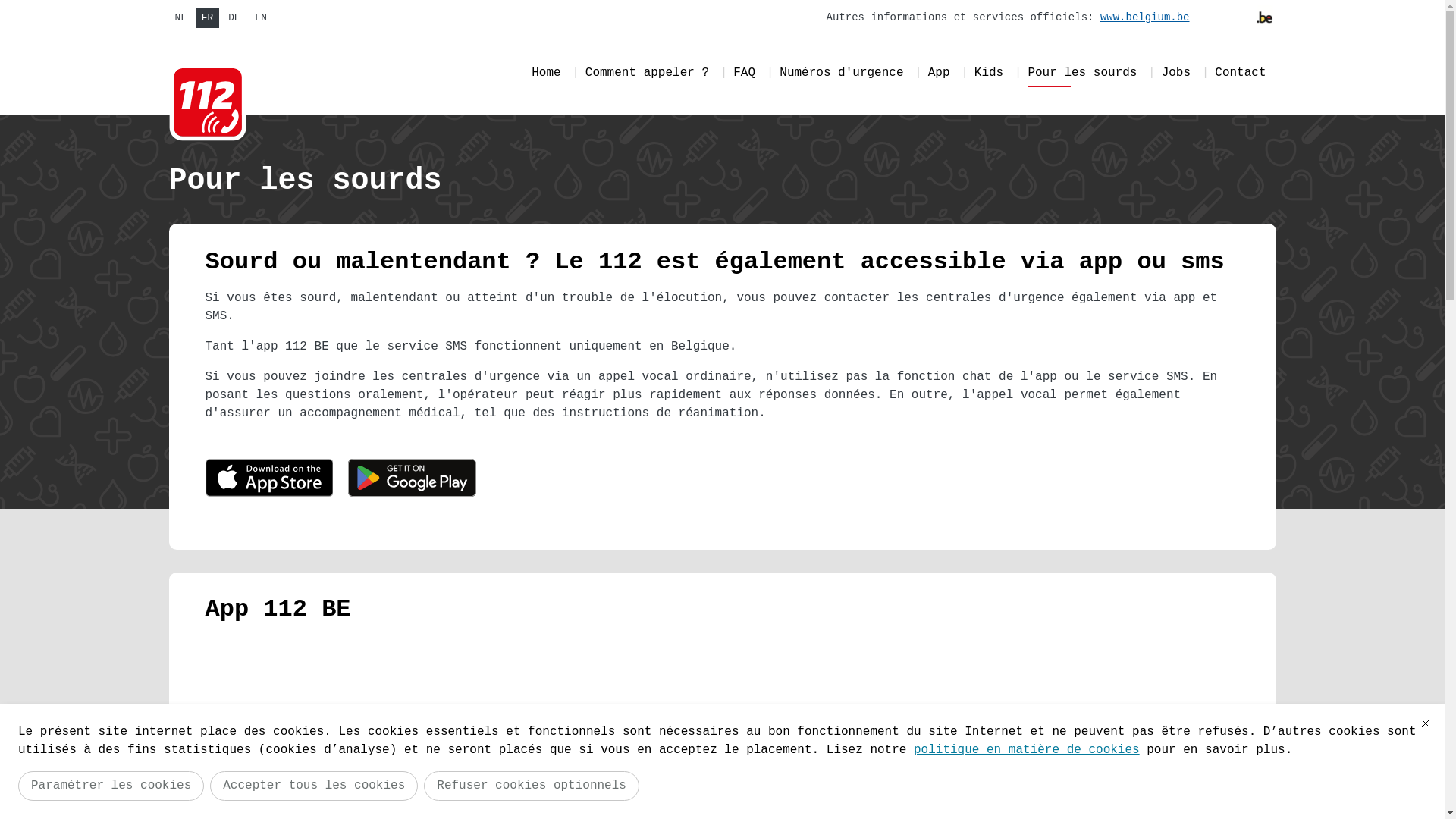  What do you see at coordinates (312, 785) in the screenshot?
I see `'Accepter tous les cookies'` at bounding box center [312, 785].